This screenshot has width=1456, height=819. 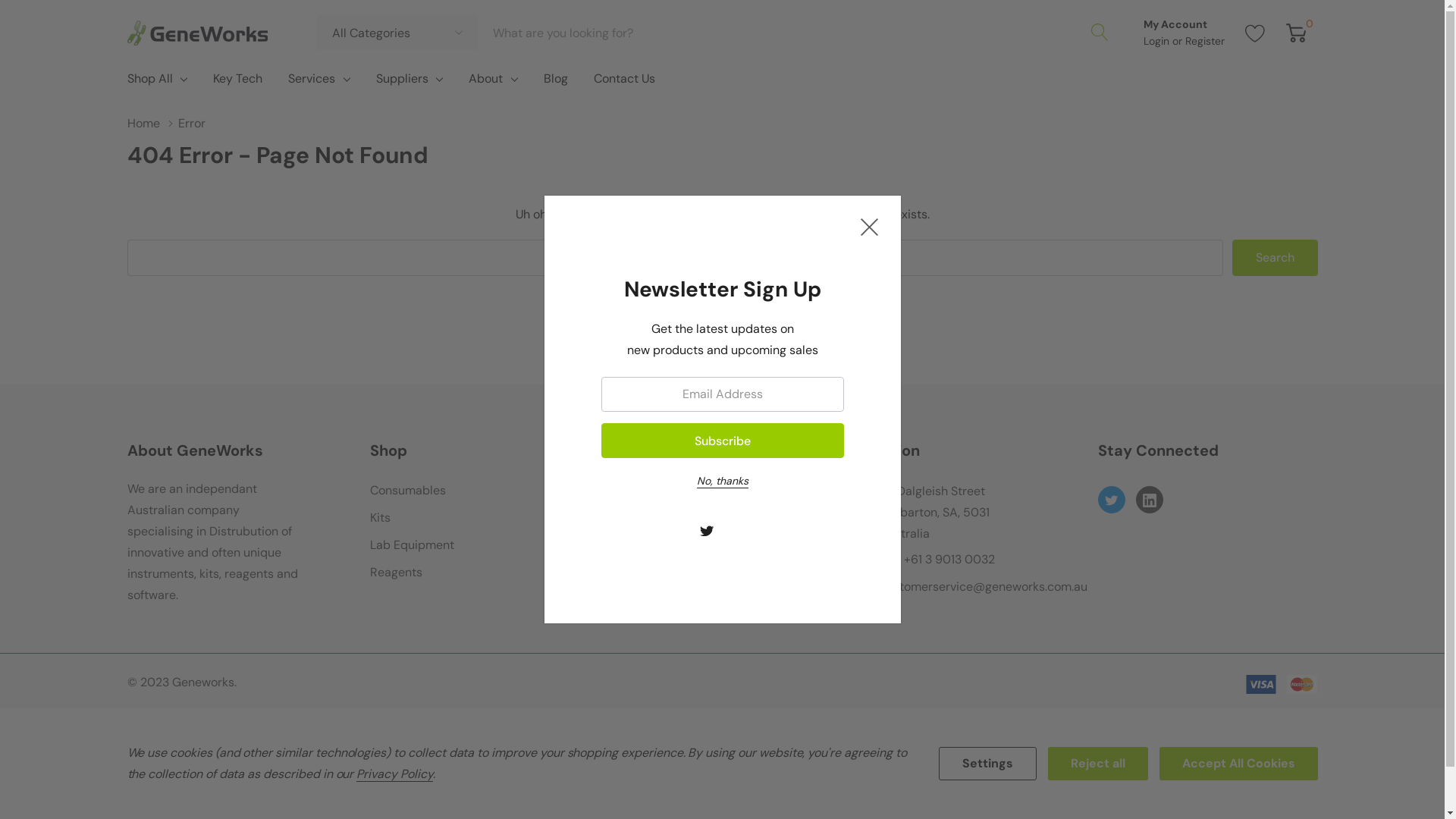 What do you see at coordinates (1274, 256) in the screenshot?
I see `'Search'` at bounding box center [1274, 256].